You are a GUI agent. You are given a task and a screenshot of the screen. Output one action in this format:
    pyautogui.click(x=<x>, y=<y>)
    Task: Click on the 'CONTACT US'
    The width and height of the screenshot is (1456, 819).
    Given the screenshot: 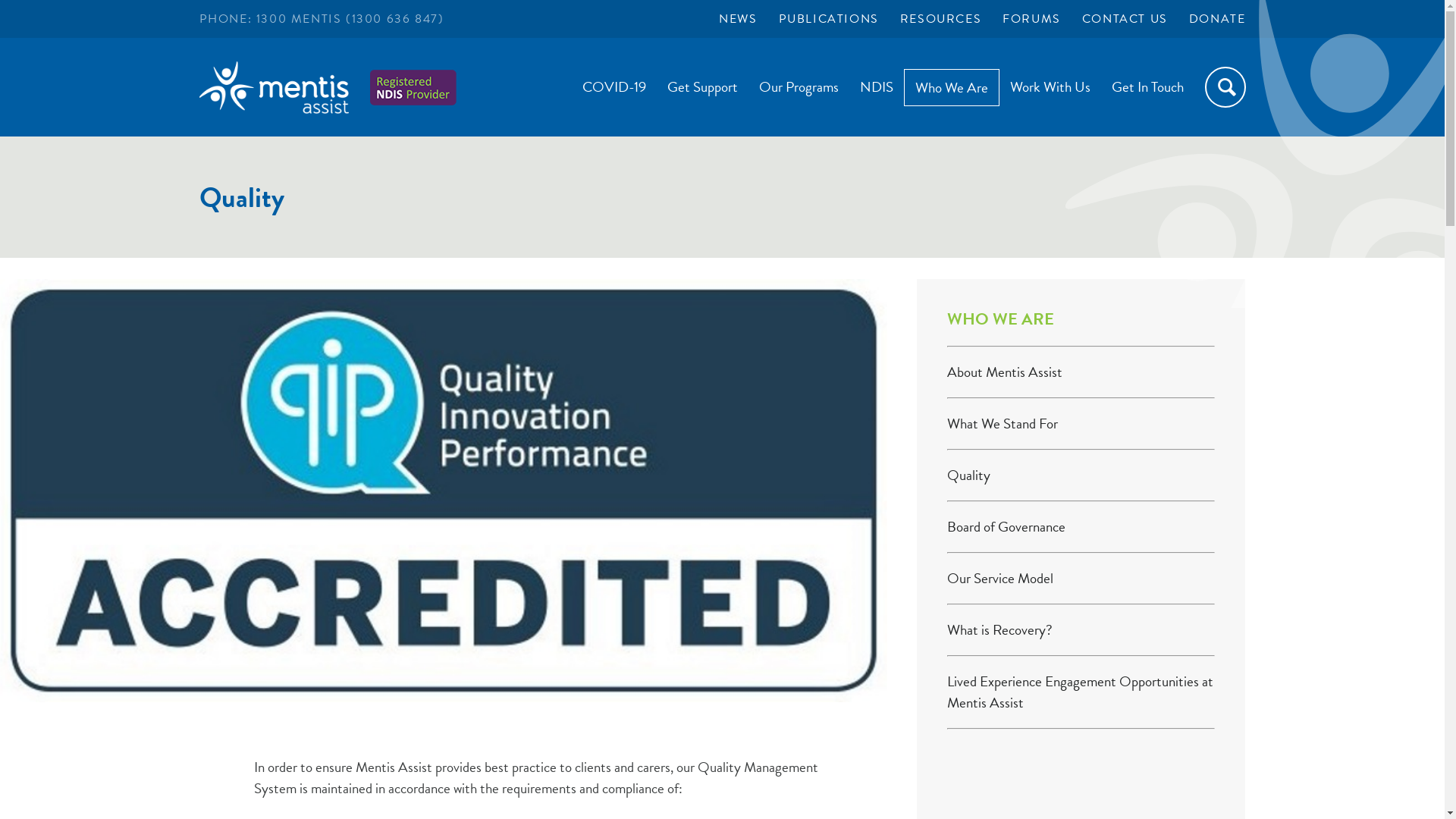 What is the action you would take?
    pyautogui.click(x=1125, y=18)
    